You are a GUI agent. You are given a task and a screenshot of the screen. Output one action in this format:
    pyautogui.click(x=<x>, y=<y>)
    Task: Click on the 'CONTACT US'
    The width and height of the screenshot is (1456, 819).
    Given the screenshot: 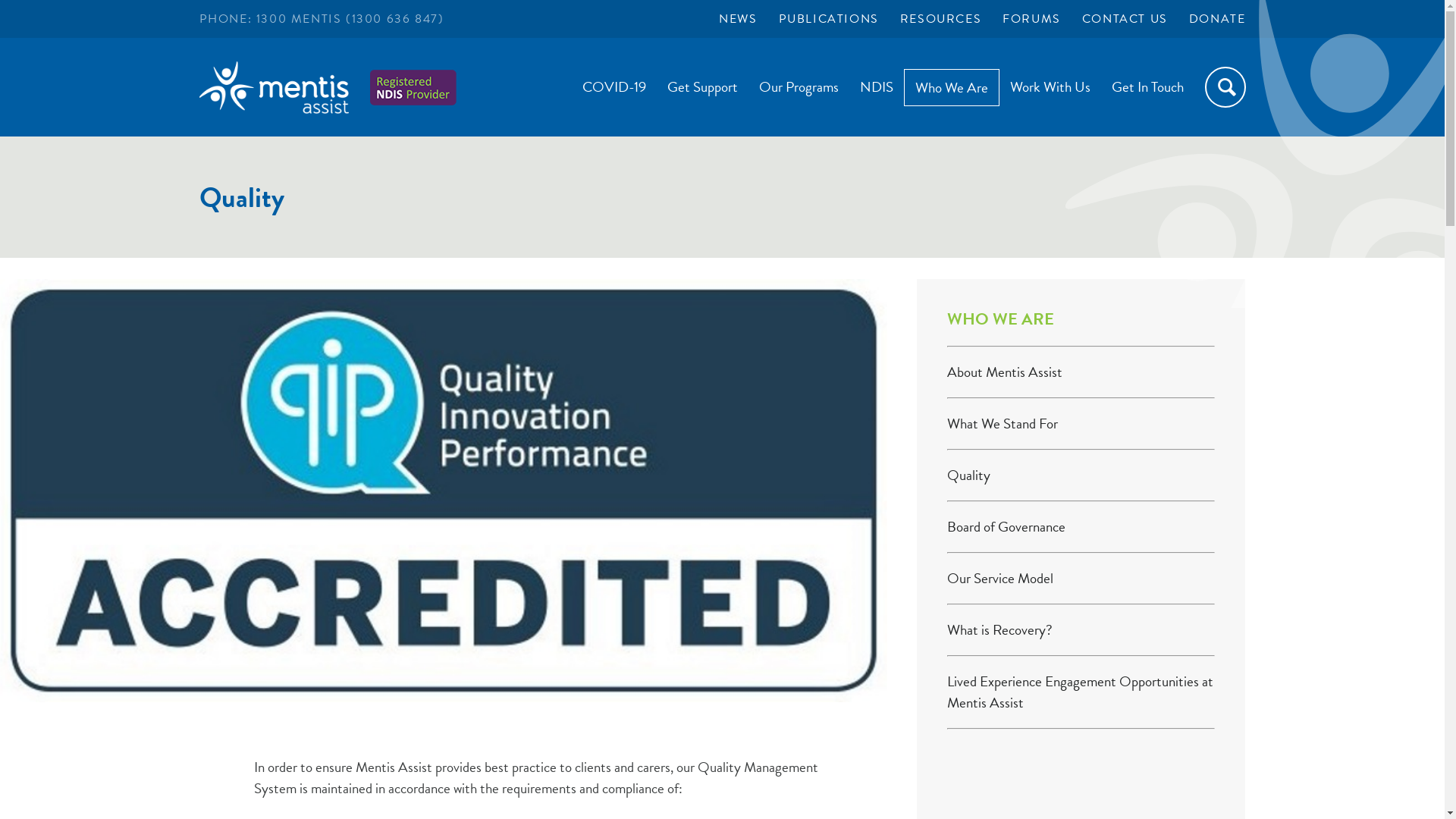 What is the action you would take?
    pyautogui.click(x=1125, y=18)
    